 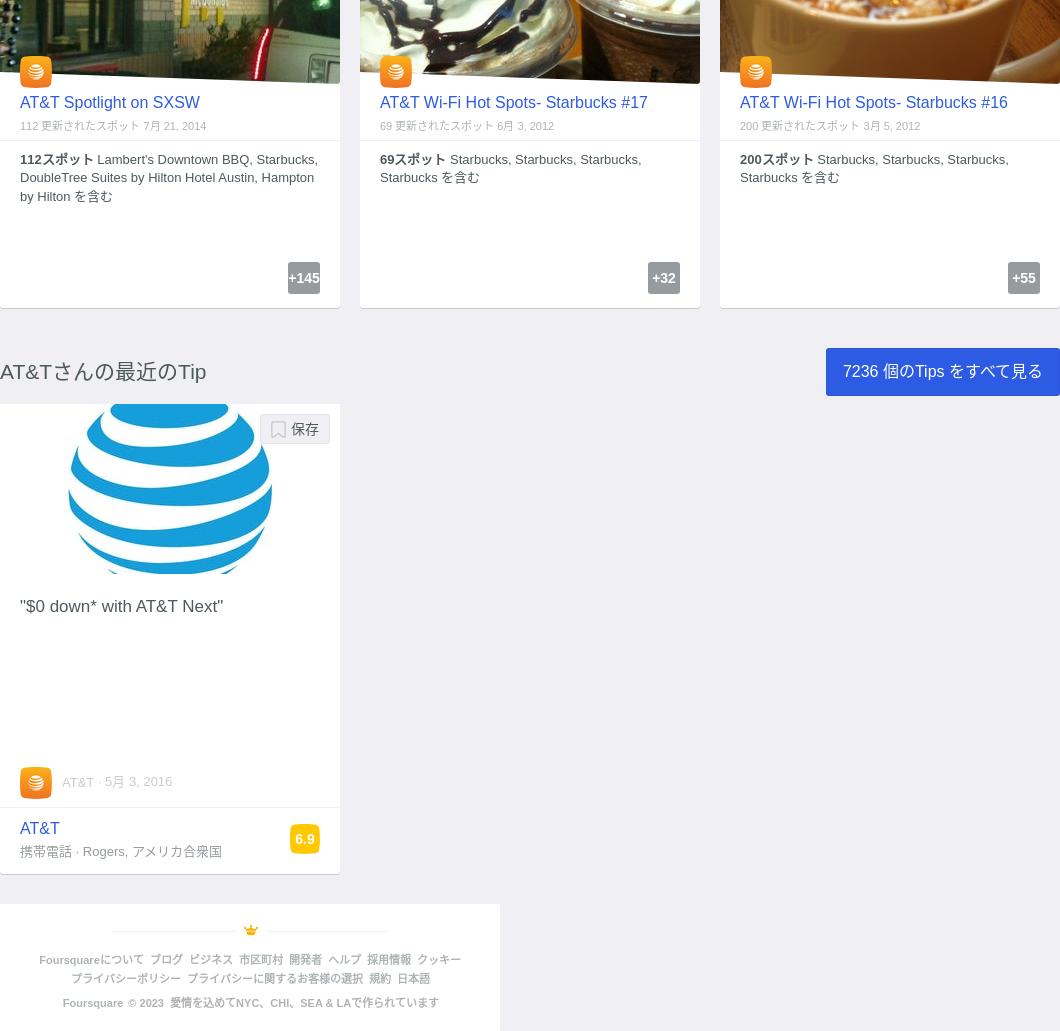 What do you see at coordinates (941, 370) in the screenshot?
I see `'7236 個のTips をすべて見る'` at bounding box center [941, 370].